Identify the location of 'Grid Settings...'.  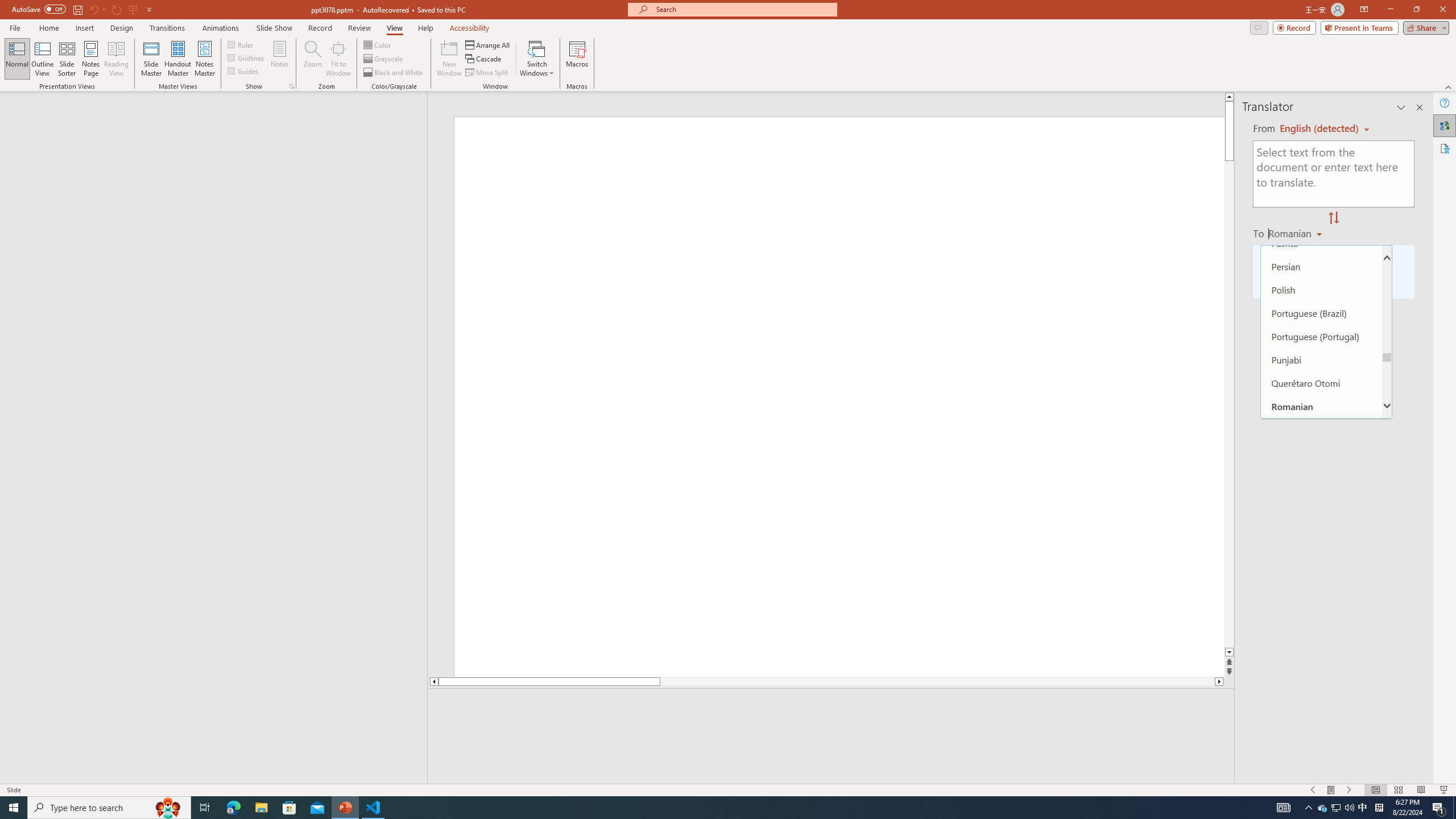
(292, 85).